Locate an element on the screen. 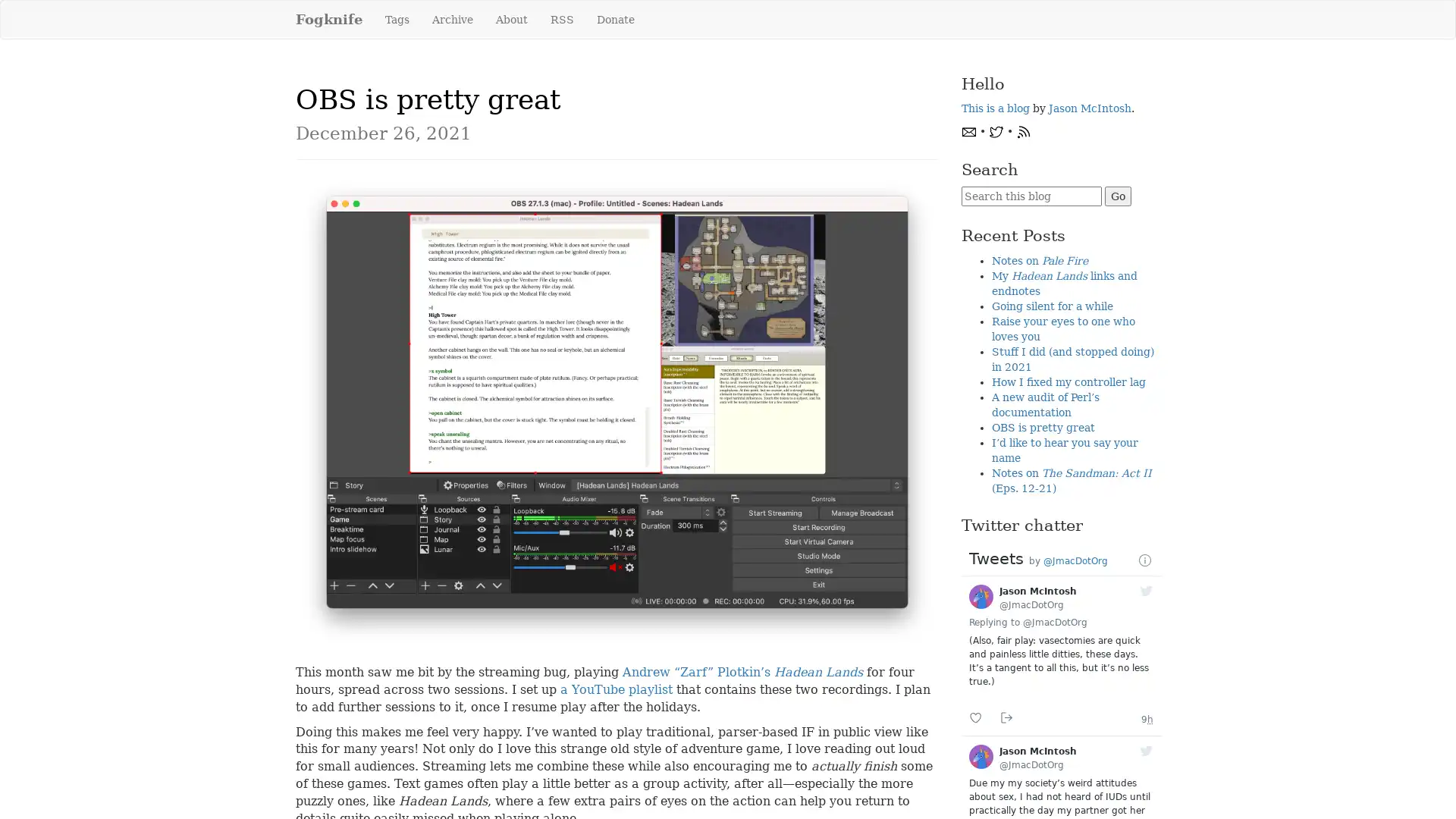  Go is located at coordinates (1117, 195).